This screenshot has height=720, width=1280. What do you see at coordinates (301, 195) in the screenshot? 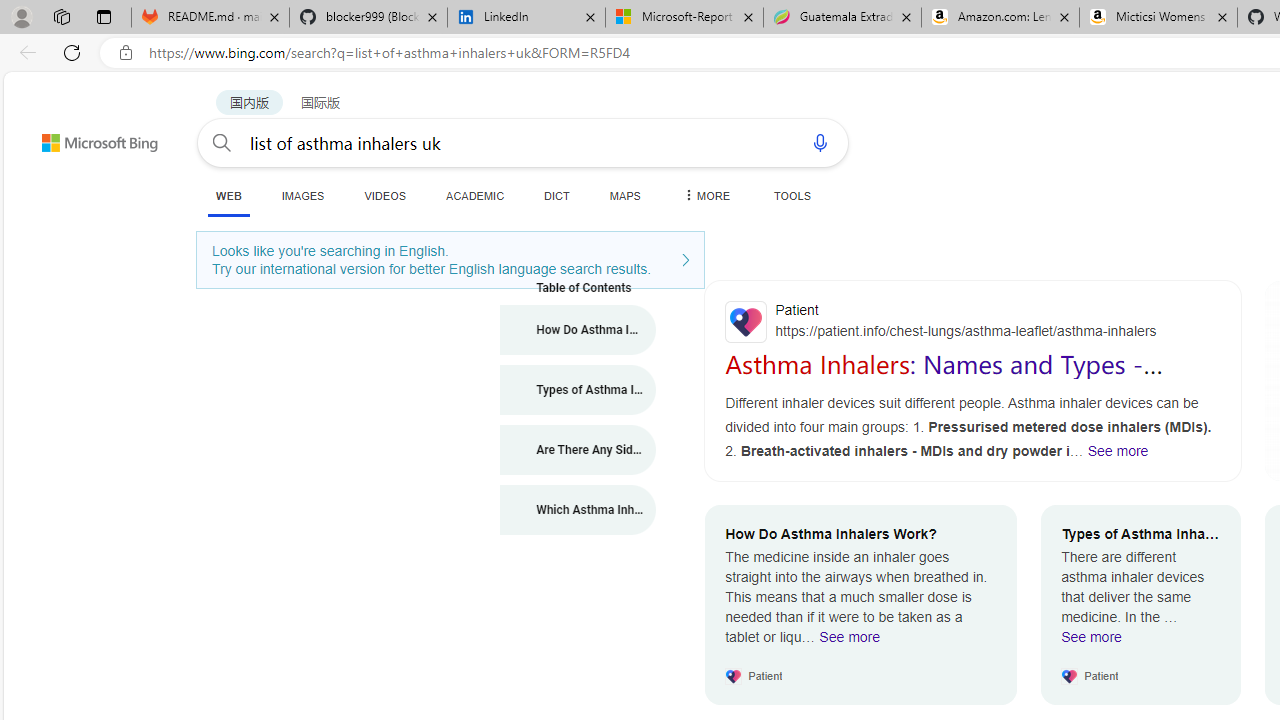
I see `'IMAGES'` at bounding box center [301, 195].